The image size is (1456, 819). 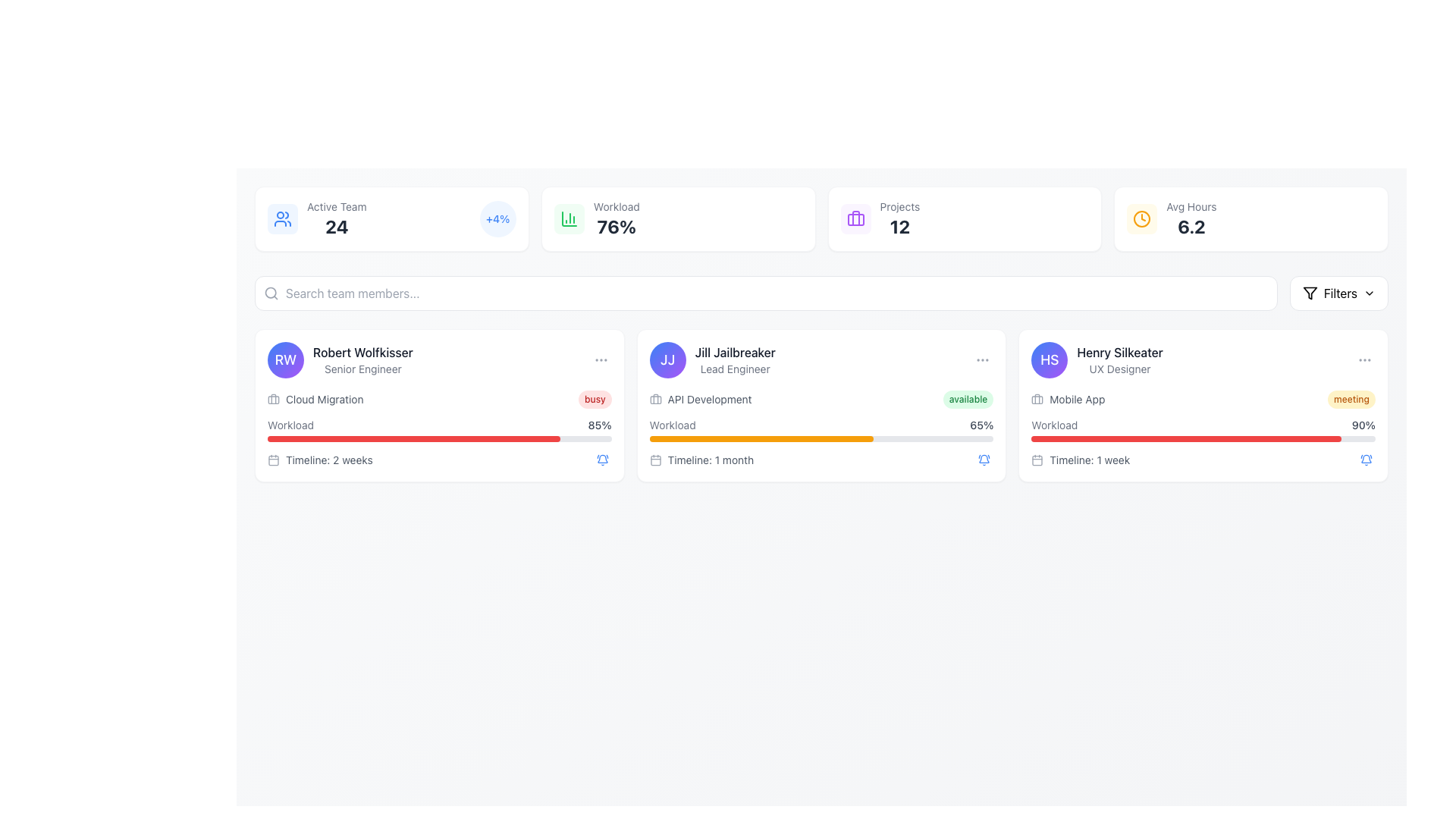 What do you see at coordinates (568, 219) in the screenshot?
I see `the workload analytics icon located in the dashboard interface at the top, specifically within the second section labeled 'Workload', directly left of the text displaying '76%.'` at bounding box center [568, 219].